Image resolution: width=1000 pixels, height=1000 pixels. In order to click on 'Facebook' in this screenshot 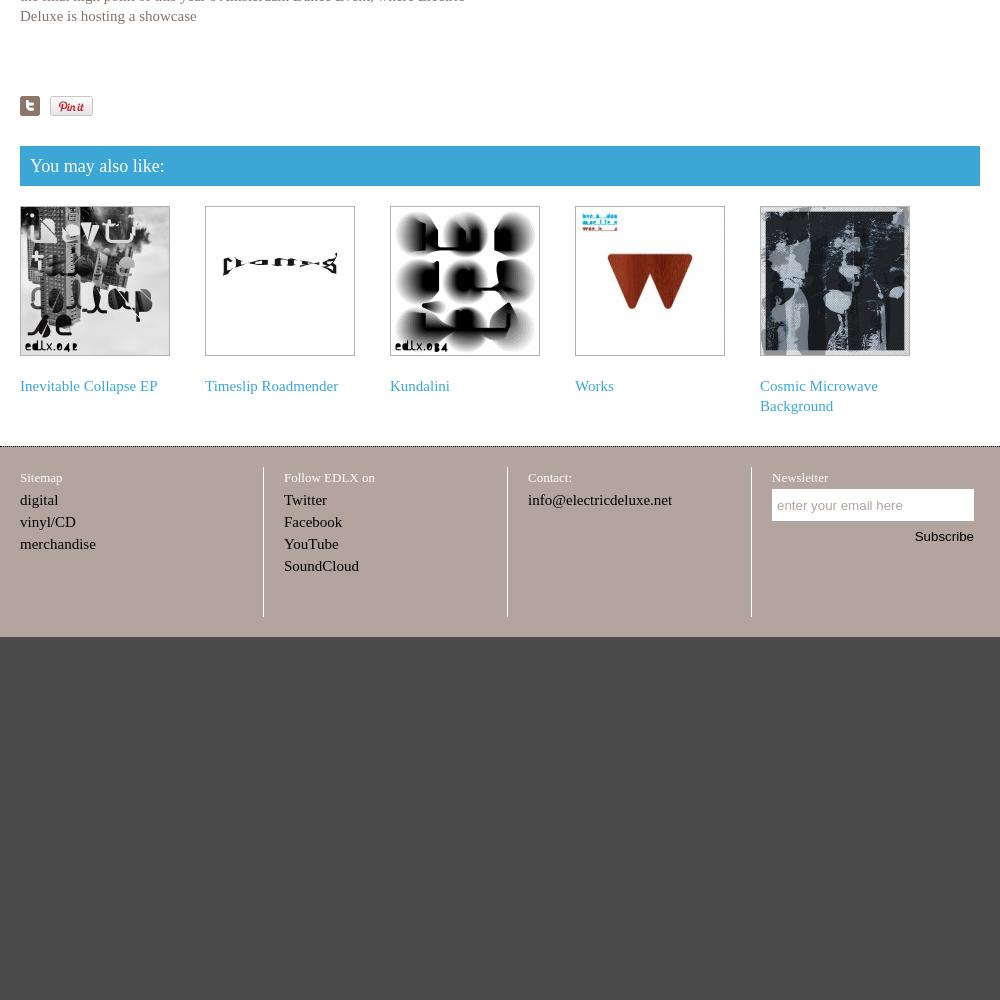, I will do `click(312, 522)`.